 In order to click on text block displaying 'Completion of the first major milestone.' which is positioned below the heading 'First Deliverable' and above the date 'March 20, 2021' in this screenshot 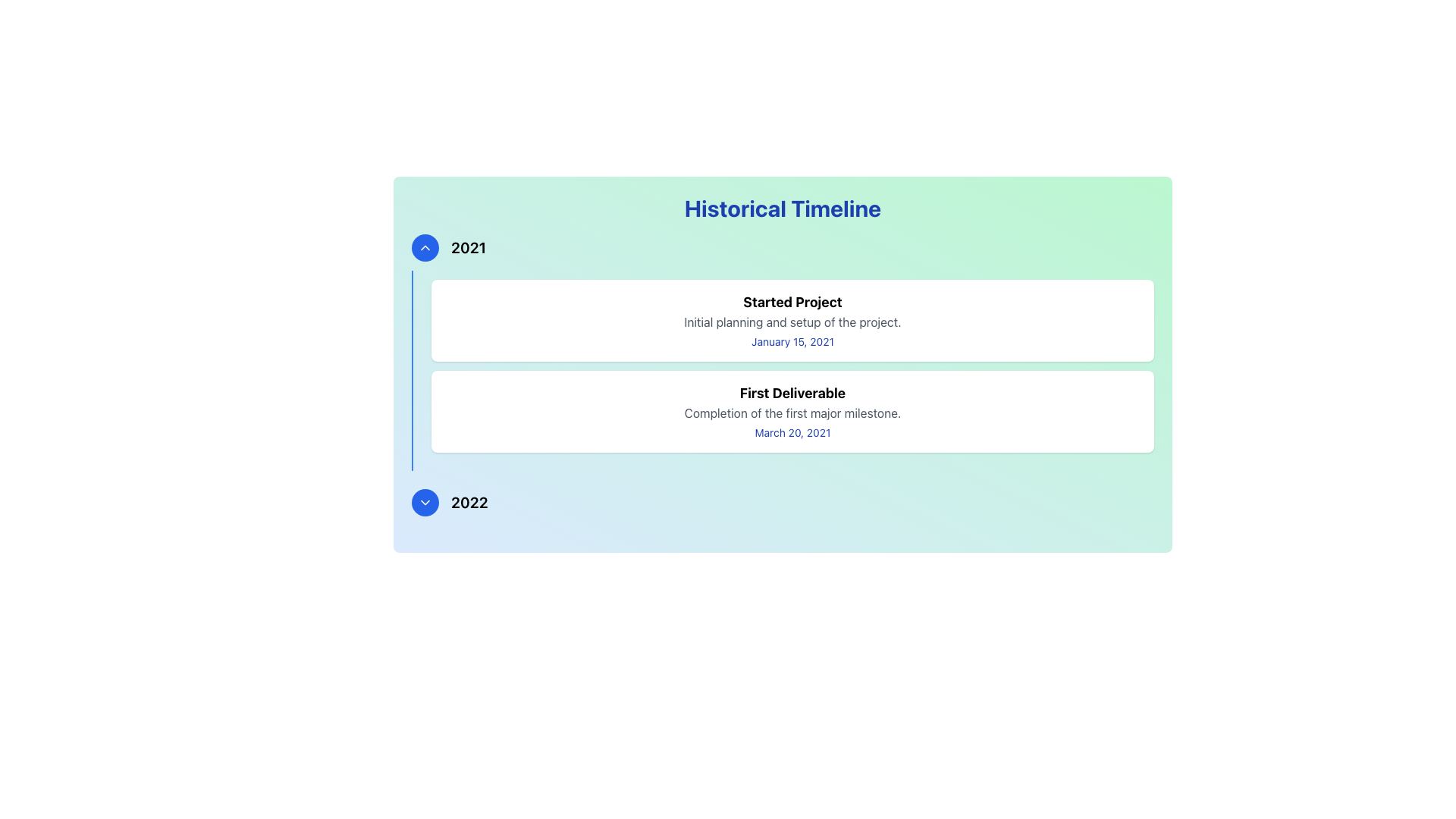, I will do `click(792, 413)`.